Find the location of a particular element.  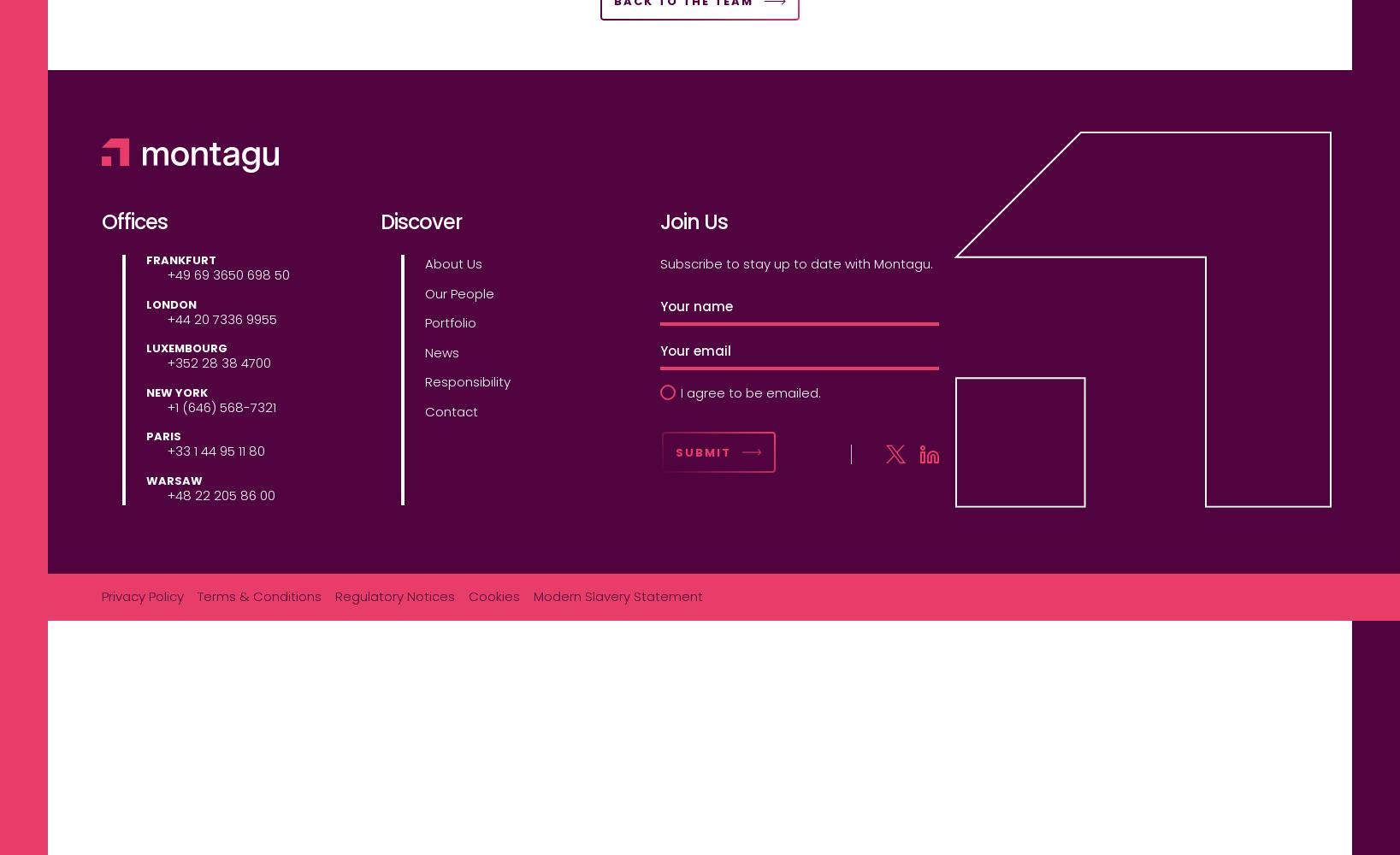

'I agree to be emailed.' is located at coordinates (749, 391).